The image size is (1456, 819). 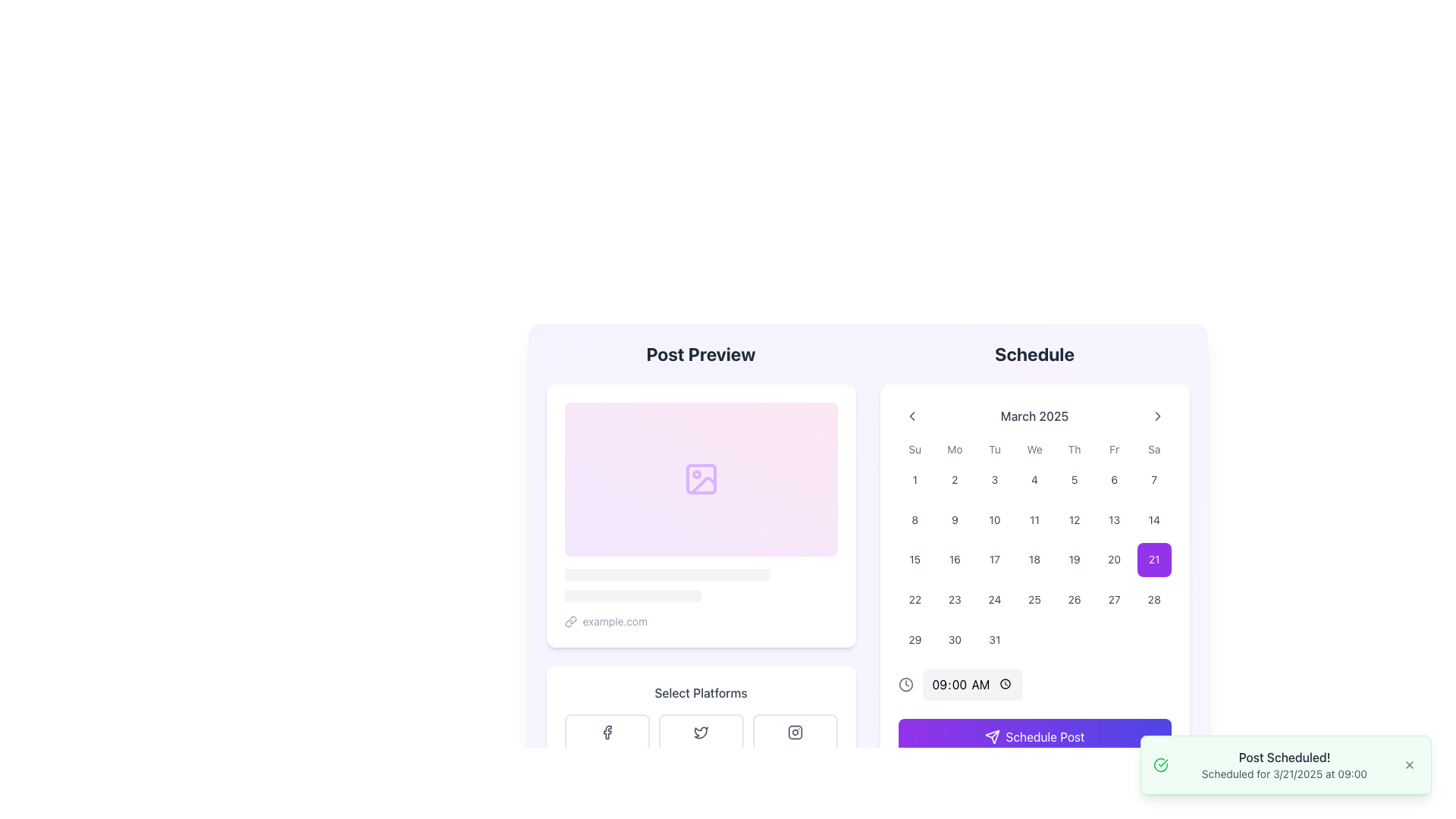 What do you see at coordinates (1153, 519) in the screenshot?
I see `the button representing the 14th day of the month in the calendar, located in the sixth row and far-right column of the grid layout` at bounding box center [1153, 519].